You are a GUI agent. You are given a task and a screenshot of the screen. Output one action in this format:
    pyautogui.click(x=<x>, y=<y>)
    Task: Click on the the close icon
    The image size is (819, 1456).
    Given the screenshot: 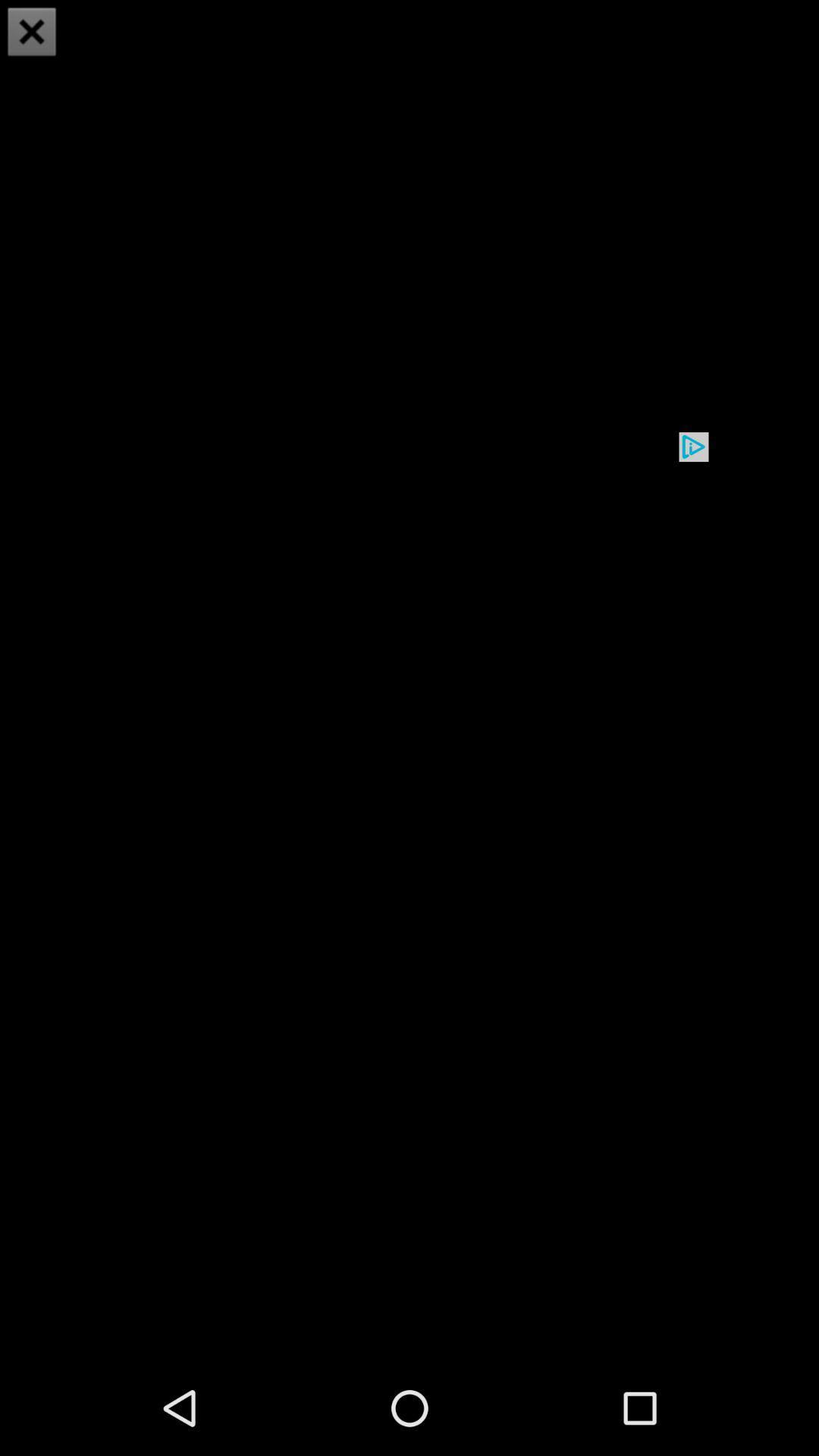 What is the action you would take?
    pyautogui.click(x=32, y=33)
    